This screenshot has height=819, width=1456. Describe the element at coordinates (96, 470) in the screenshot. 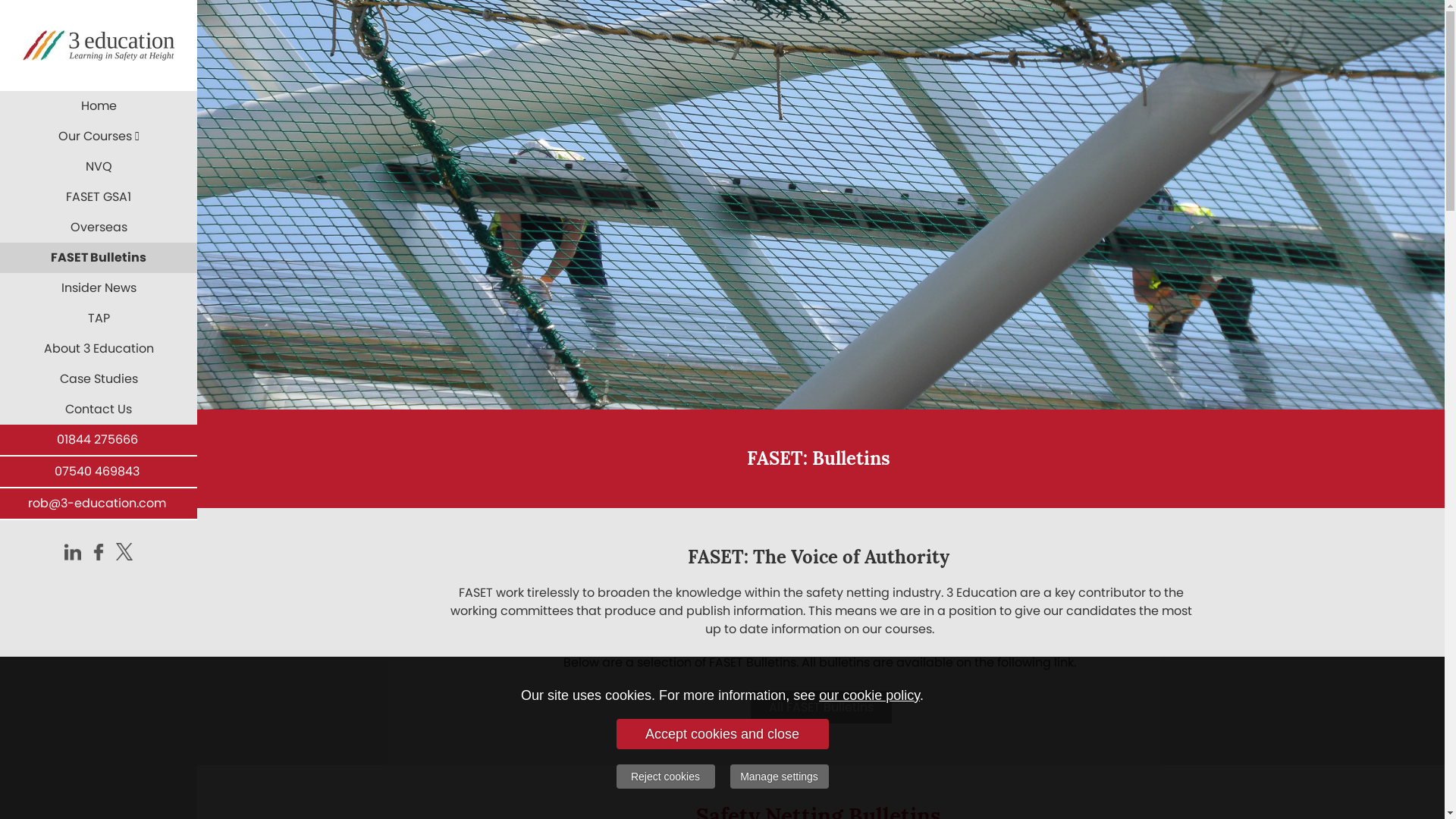

I see `'07540 469843'` at that location.